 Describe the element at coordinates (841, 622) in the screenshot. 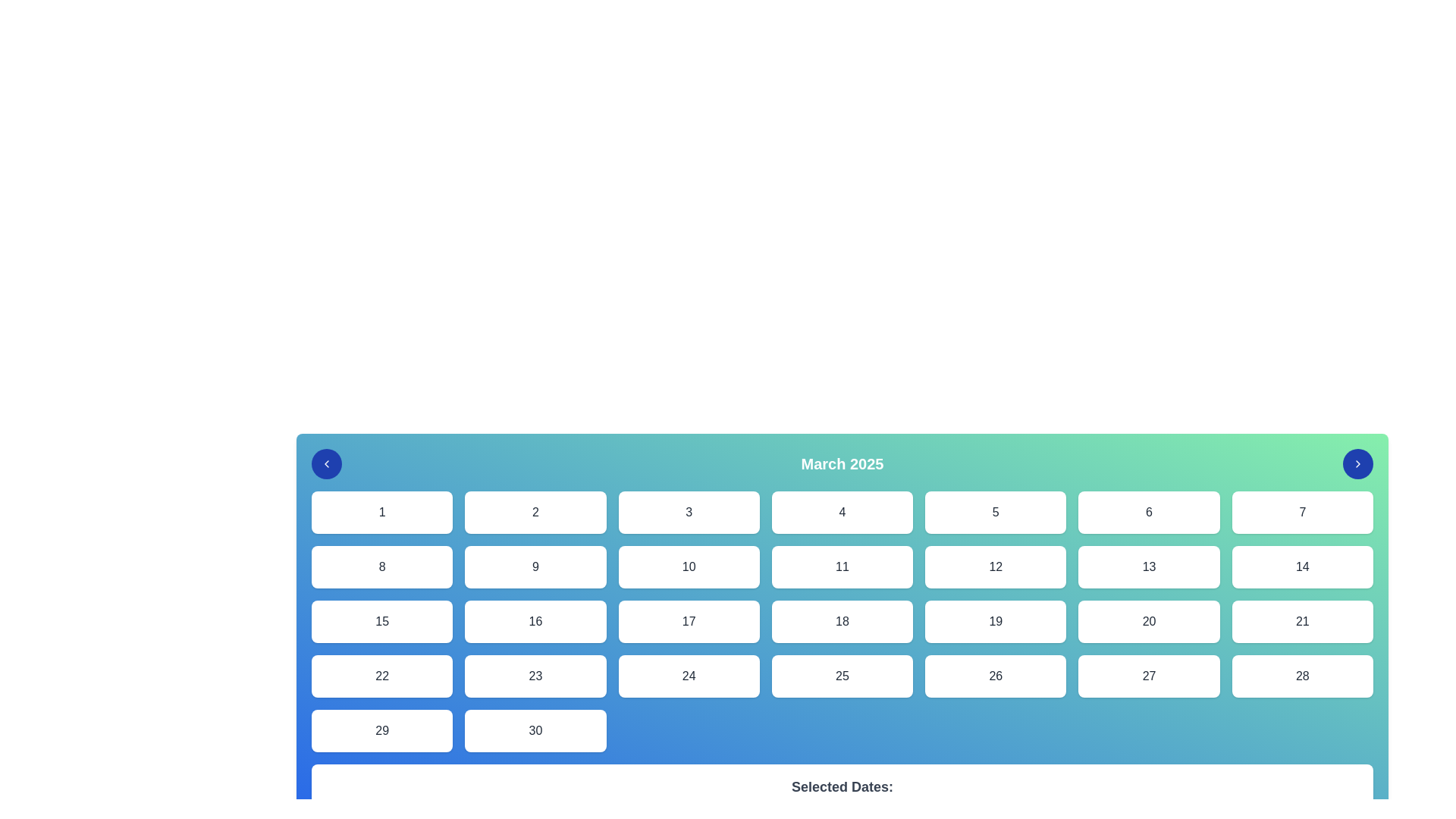

I see `the selectable calendar date box representing the 18th of the month` at that location.